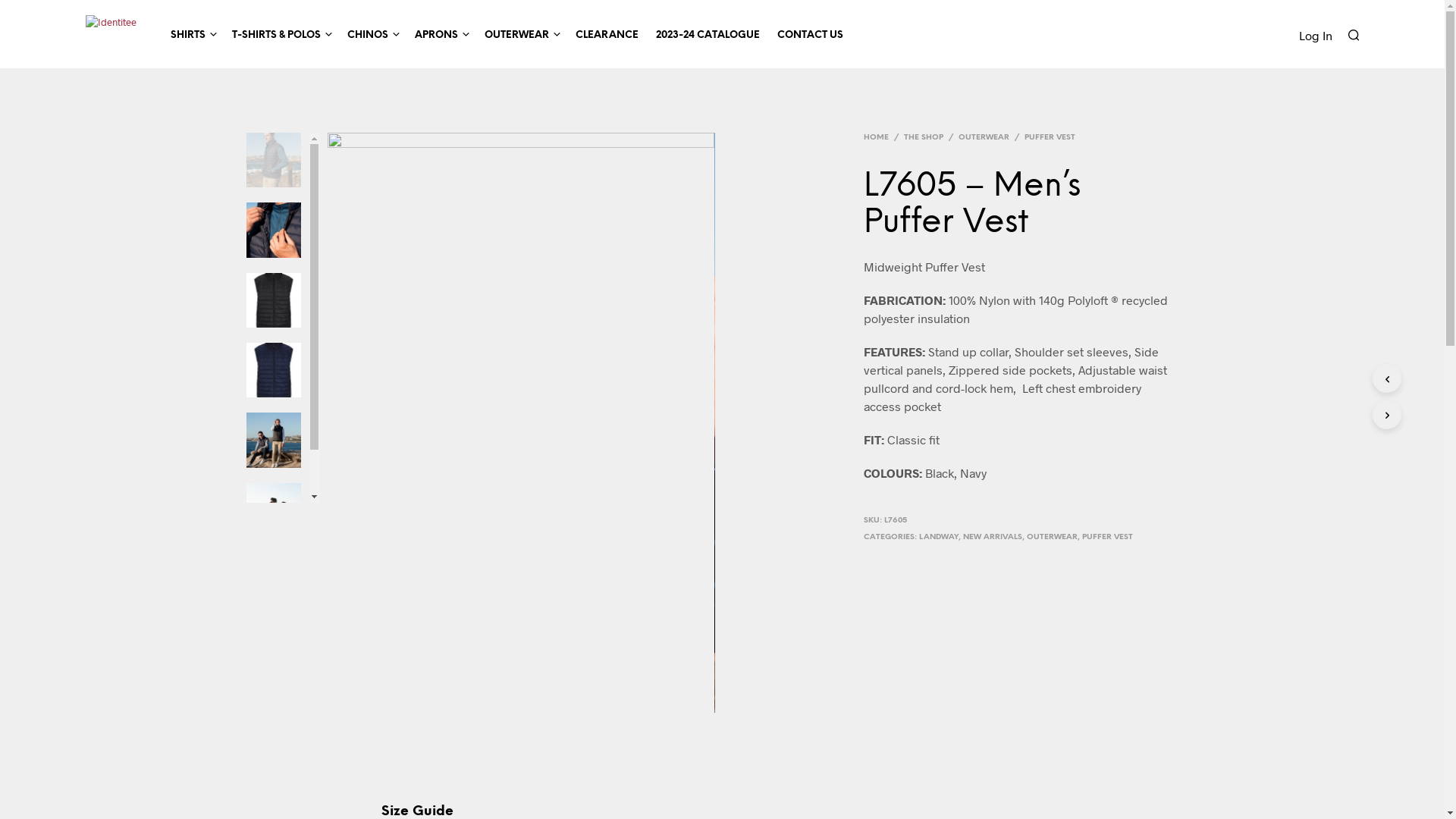 The width and height of the screenshot is (1456, 819). I want to click on 'THE SHOP', so click(923, 137).